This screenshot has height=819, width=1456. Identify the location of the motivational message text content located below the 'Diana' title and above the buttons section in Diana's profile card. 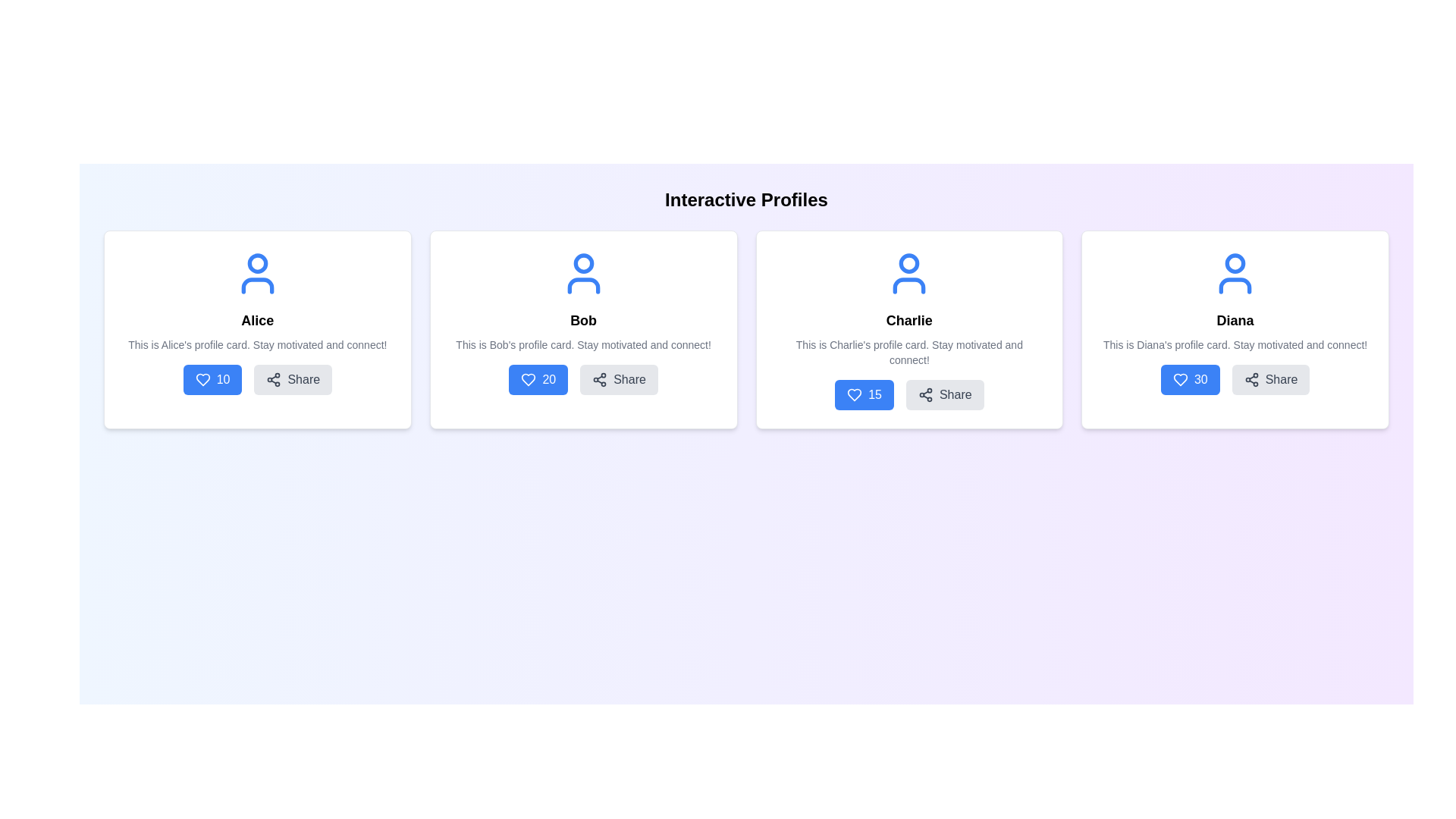
(1235, 345).